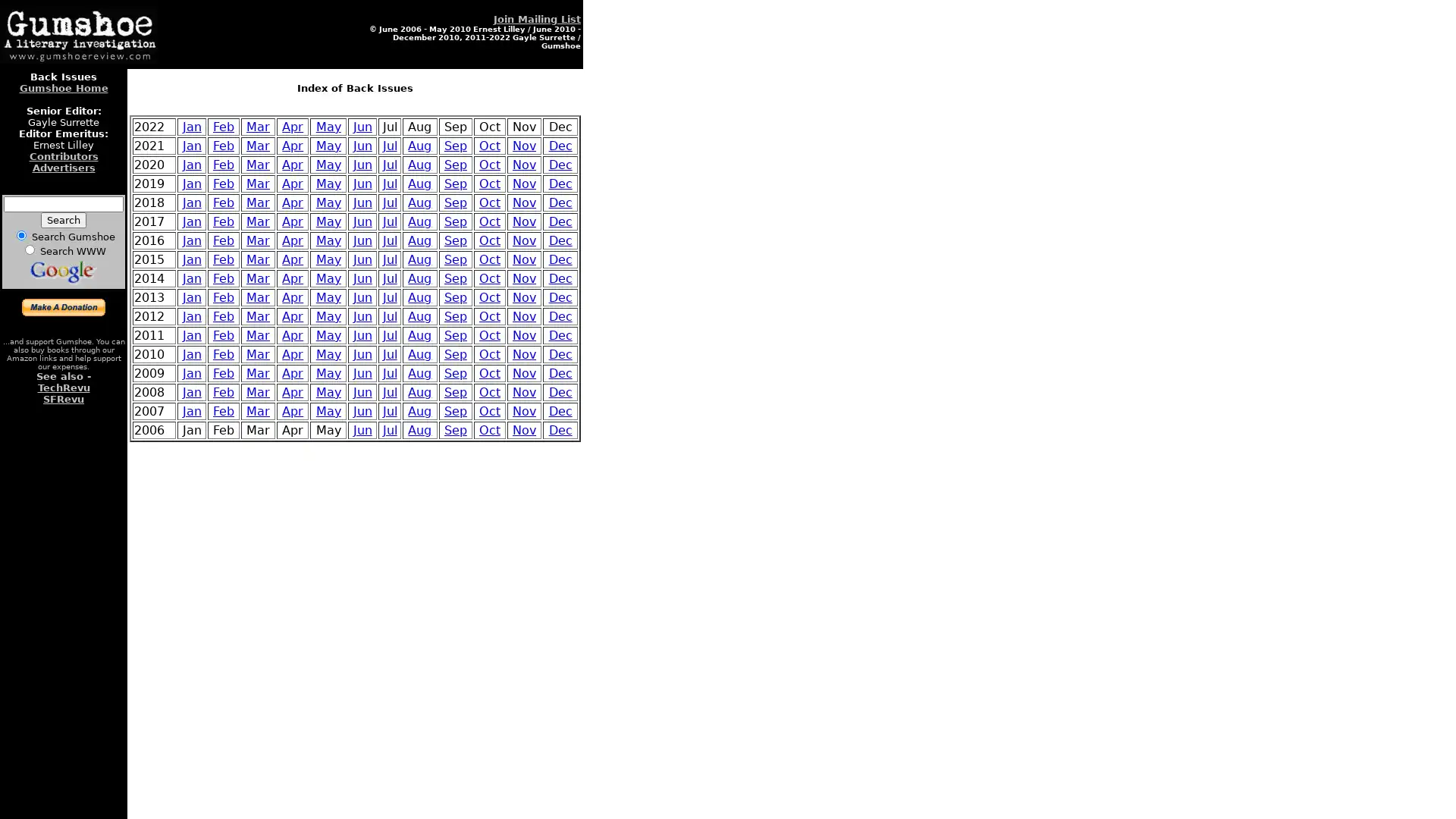 The width and height of the screenshot is (1456, 819). I want to click on Search, so click(62, 220).